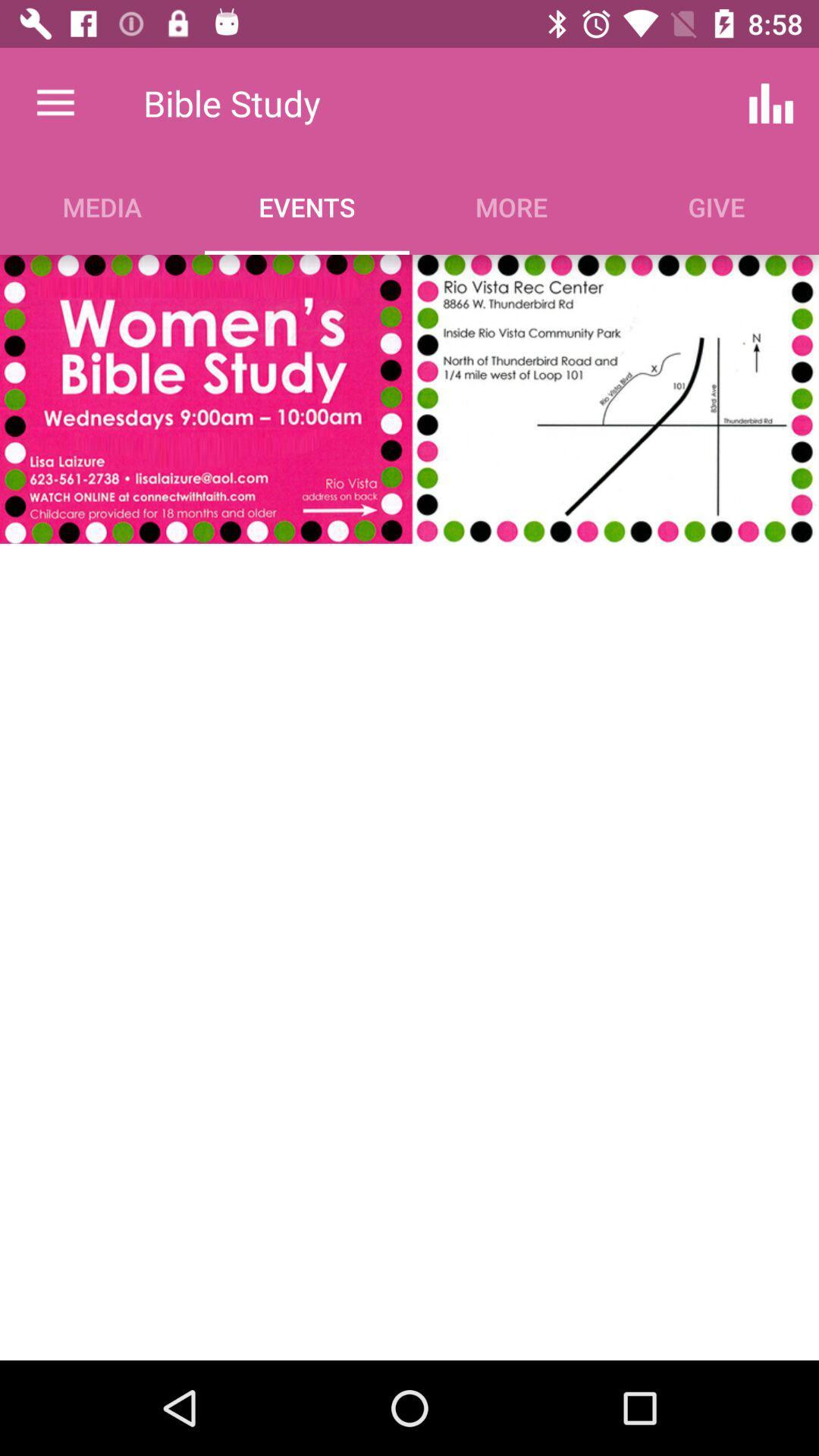 The height and width of the screenshot is (1456, 819). What do you see at coordinates (55, 102) in the screenshot?
I see `the item to the left of the bible study icon` at bounding box center [55, 102].